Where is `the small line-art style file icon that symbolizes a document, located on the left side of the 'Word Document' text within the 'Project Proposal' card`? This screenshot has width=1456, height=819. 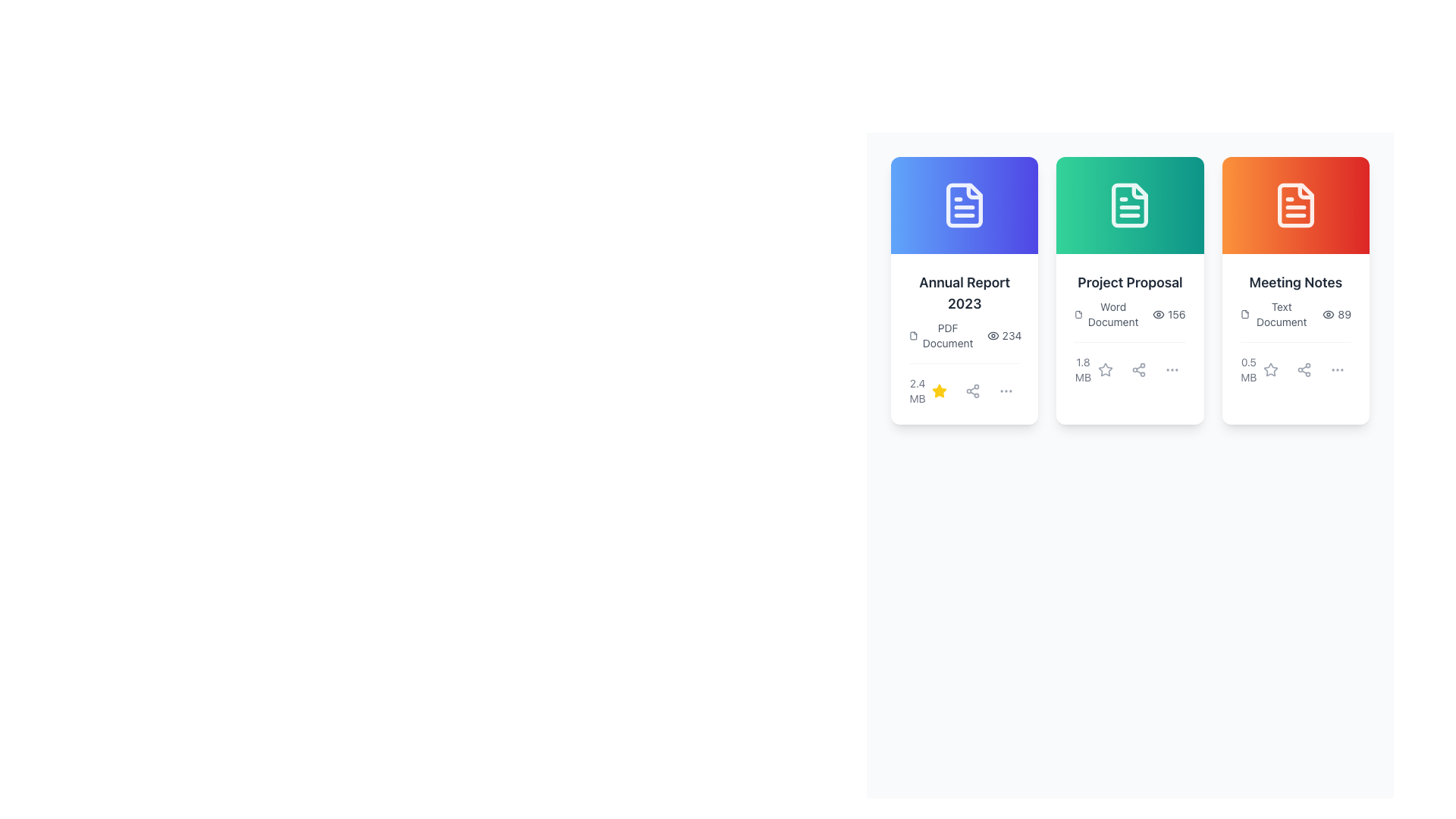 the small line-art style file icon that symbolizes a document, located on the left side of the 'Word Document' text within the 'Project Proposal' card is located at coordinates (1078, 314).